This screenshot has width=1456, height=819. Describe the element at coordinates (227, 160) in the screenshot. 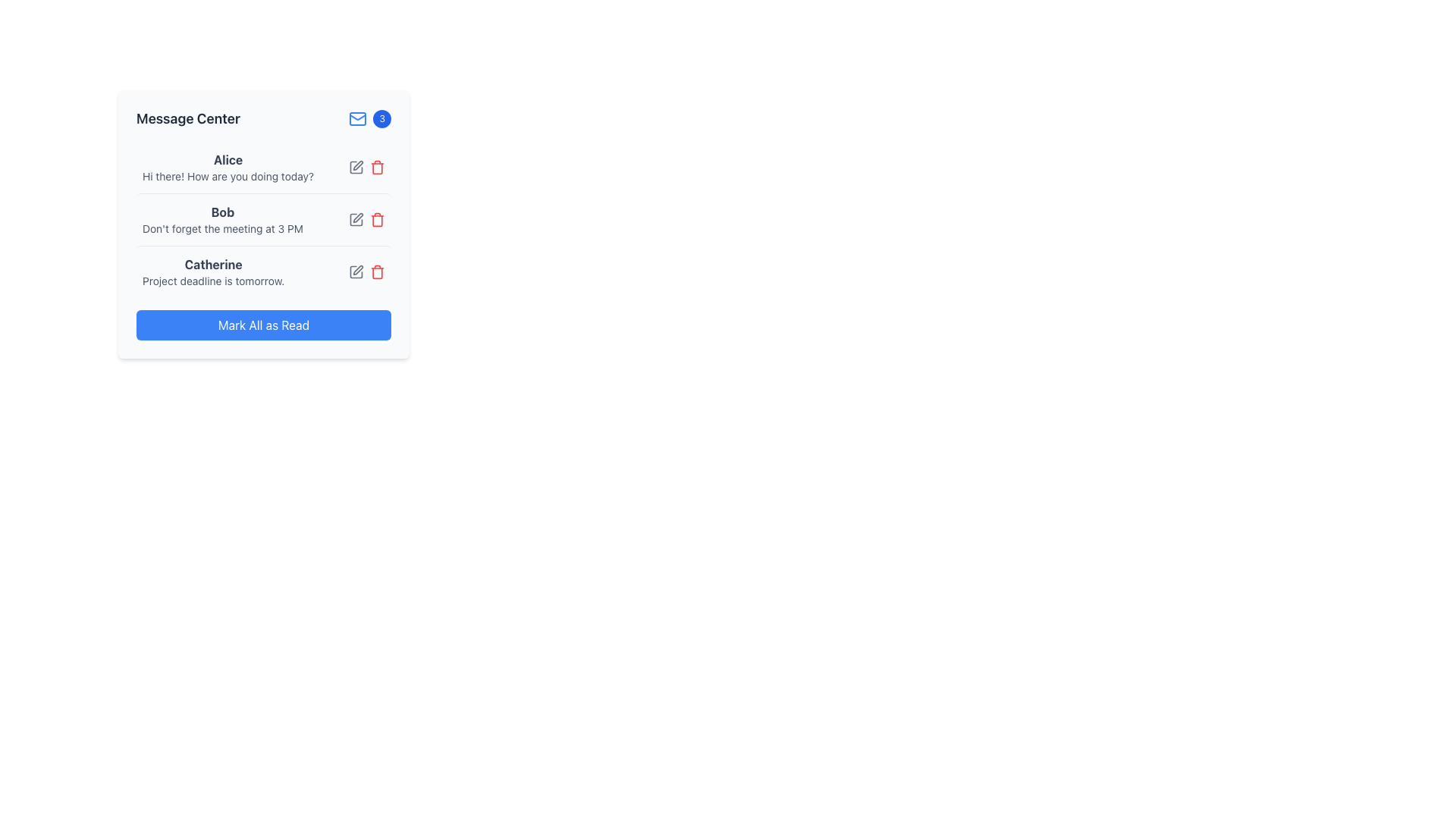

I see `text from the bold, dark gray text label displaying 'Alice', which is located at the top of the message list` at that location.